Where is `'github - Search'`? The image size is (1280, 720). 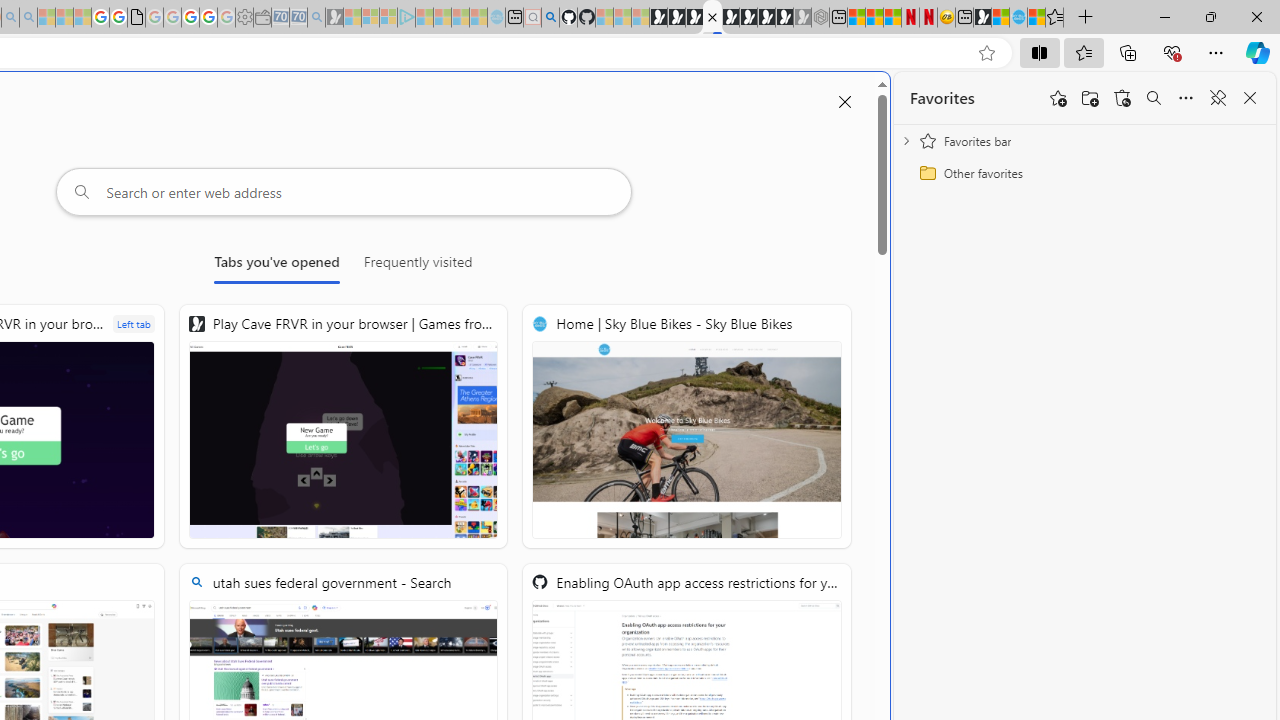 'github - Search' is located at coordinates (550, 17).